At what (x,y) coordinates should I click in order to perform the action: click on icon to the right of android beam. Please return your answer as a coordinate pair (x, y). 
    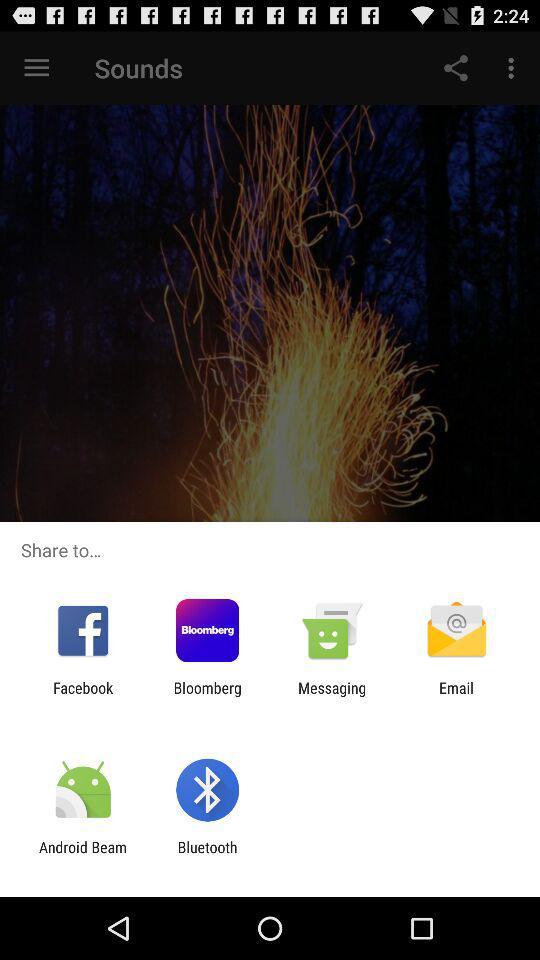
    Looking at the image, I should click on (206, 855).